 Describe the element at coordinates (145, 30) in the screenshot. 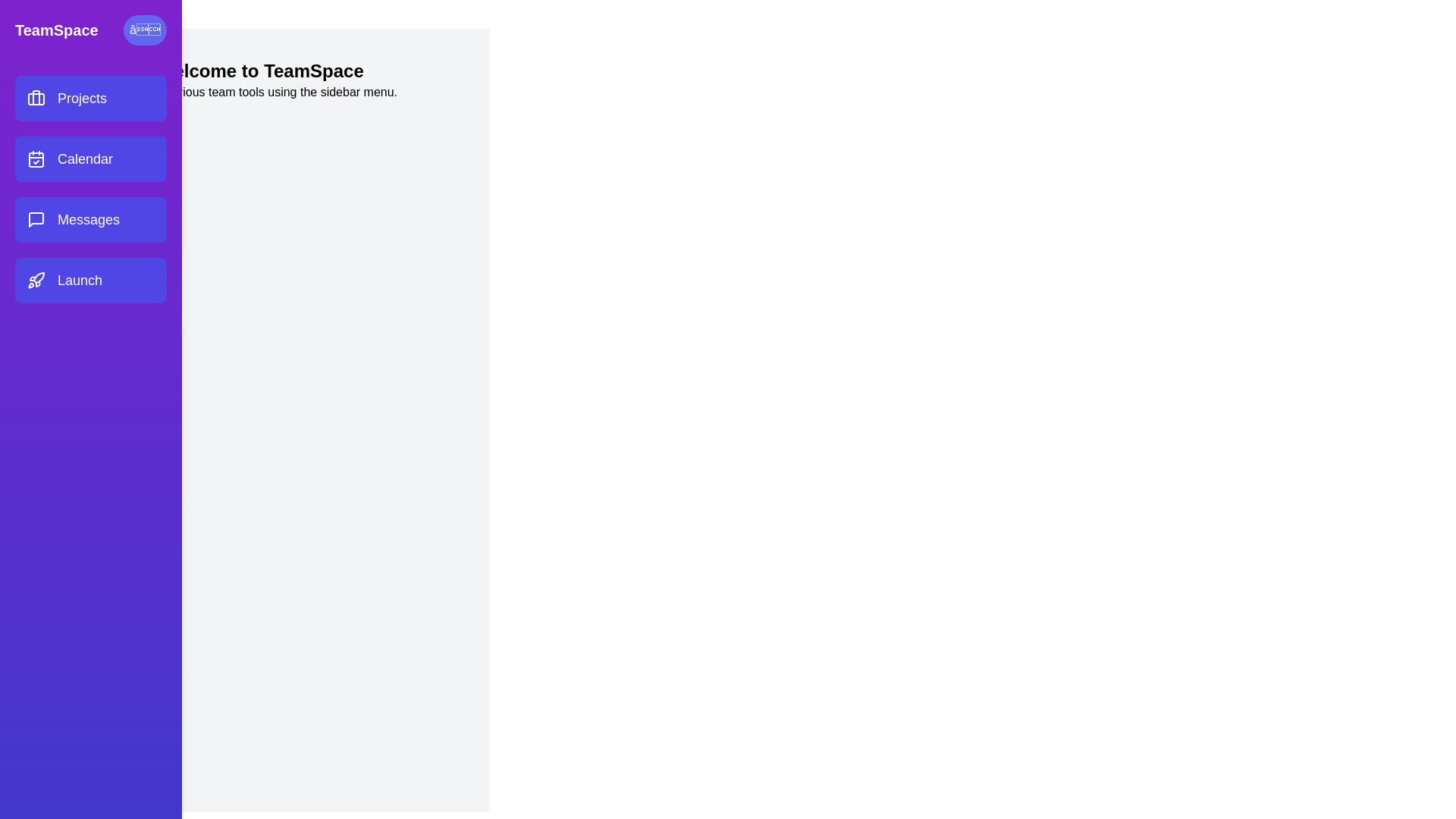

I see `the toggle button to toggle the sidebar visibility` at that location.